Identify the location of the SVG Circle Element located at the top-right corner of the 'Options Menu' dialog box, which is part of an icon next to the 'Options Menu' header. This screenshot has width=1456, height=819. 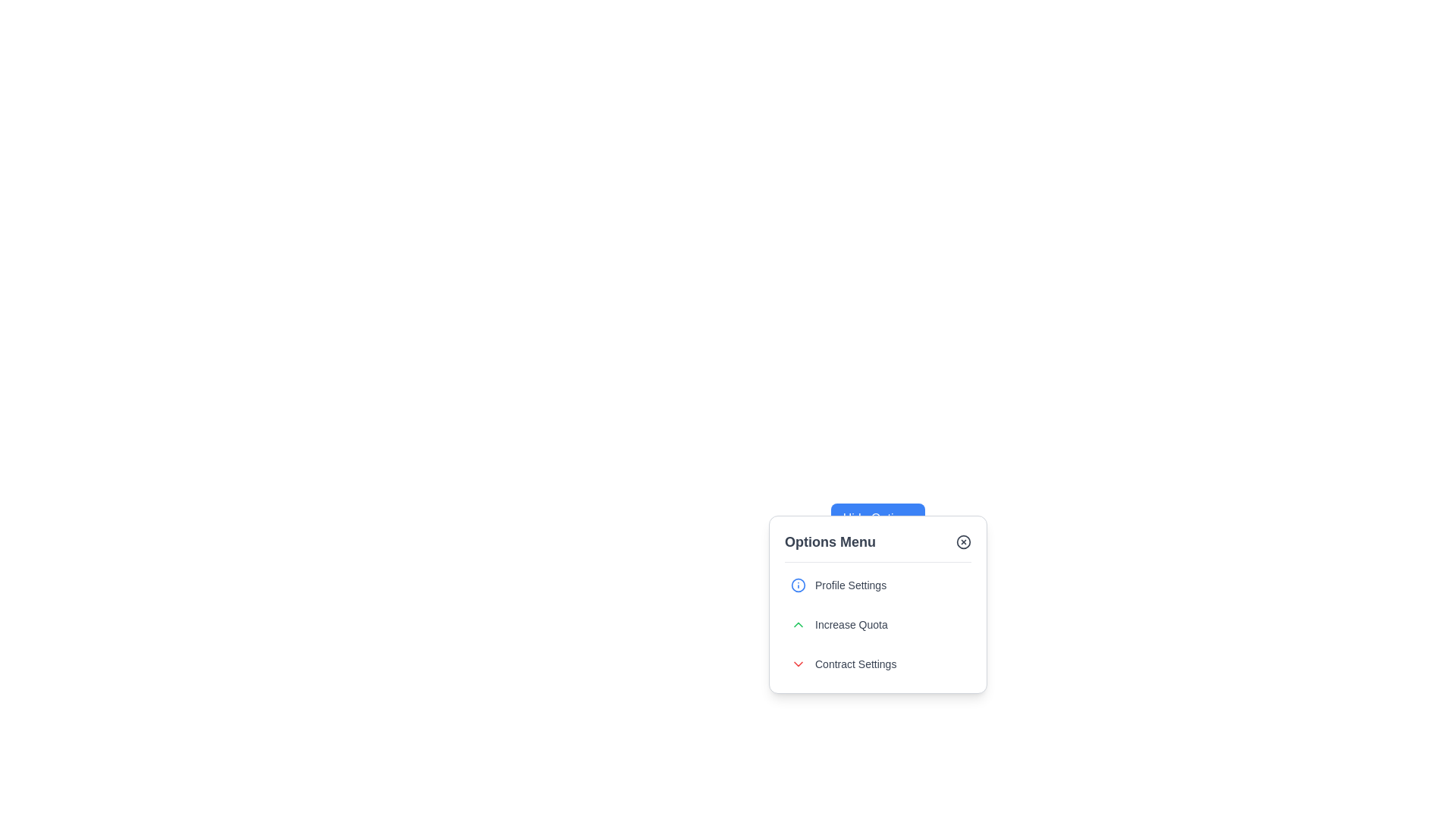
(963, 541).